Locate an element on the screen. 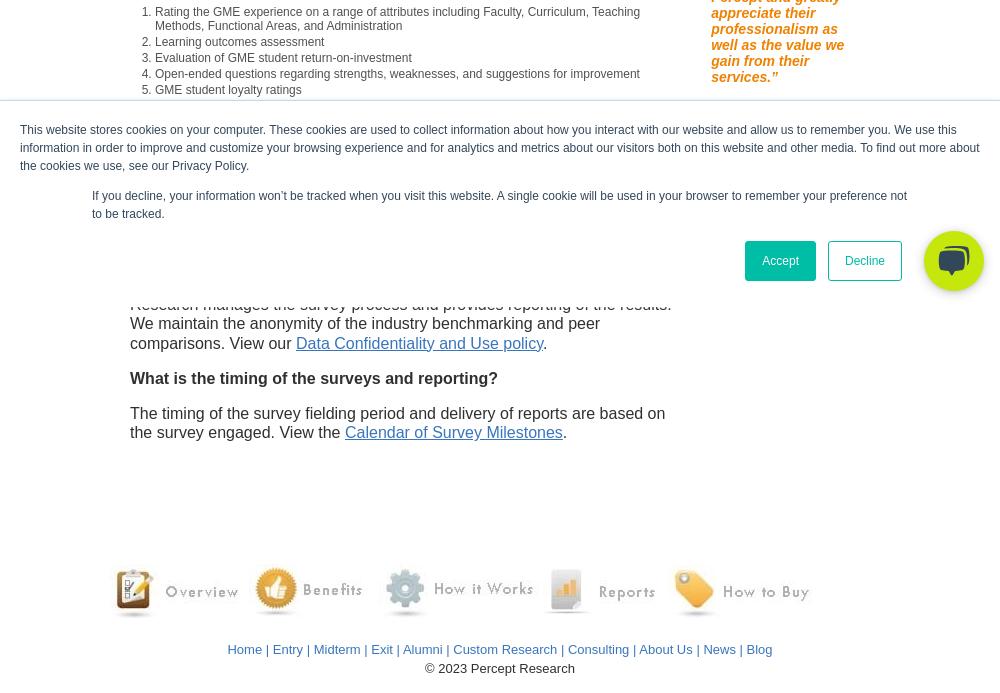  'Home' is located at coordinates (226, 647).